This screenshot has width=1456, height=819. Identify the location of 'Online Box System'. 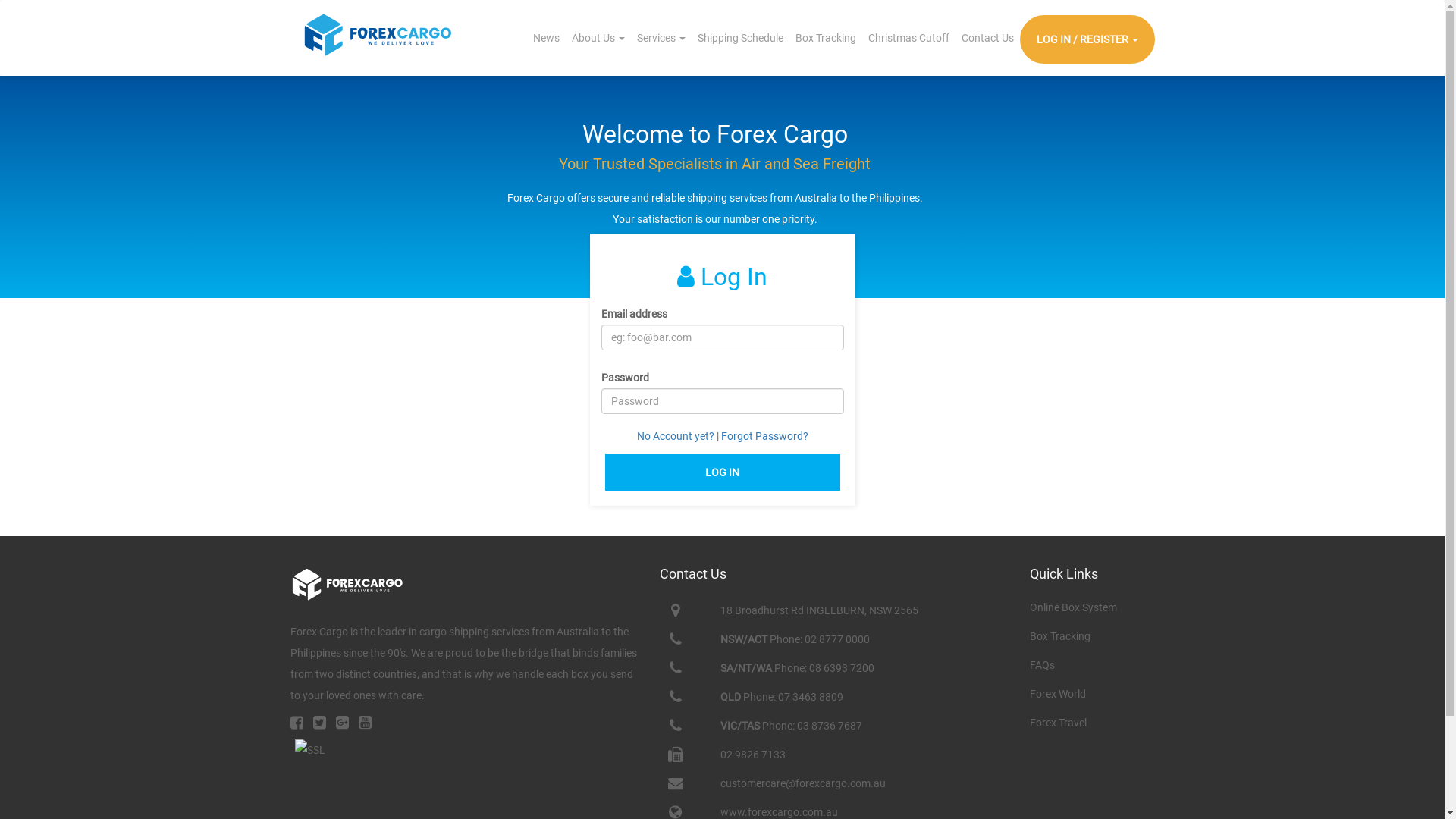
(1072, 607).